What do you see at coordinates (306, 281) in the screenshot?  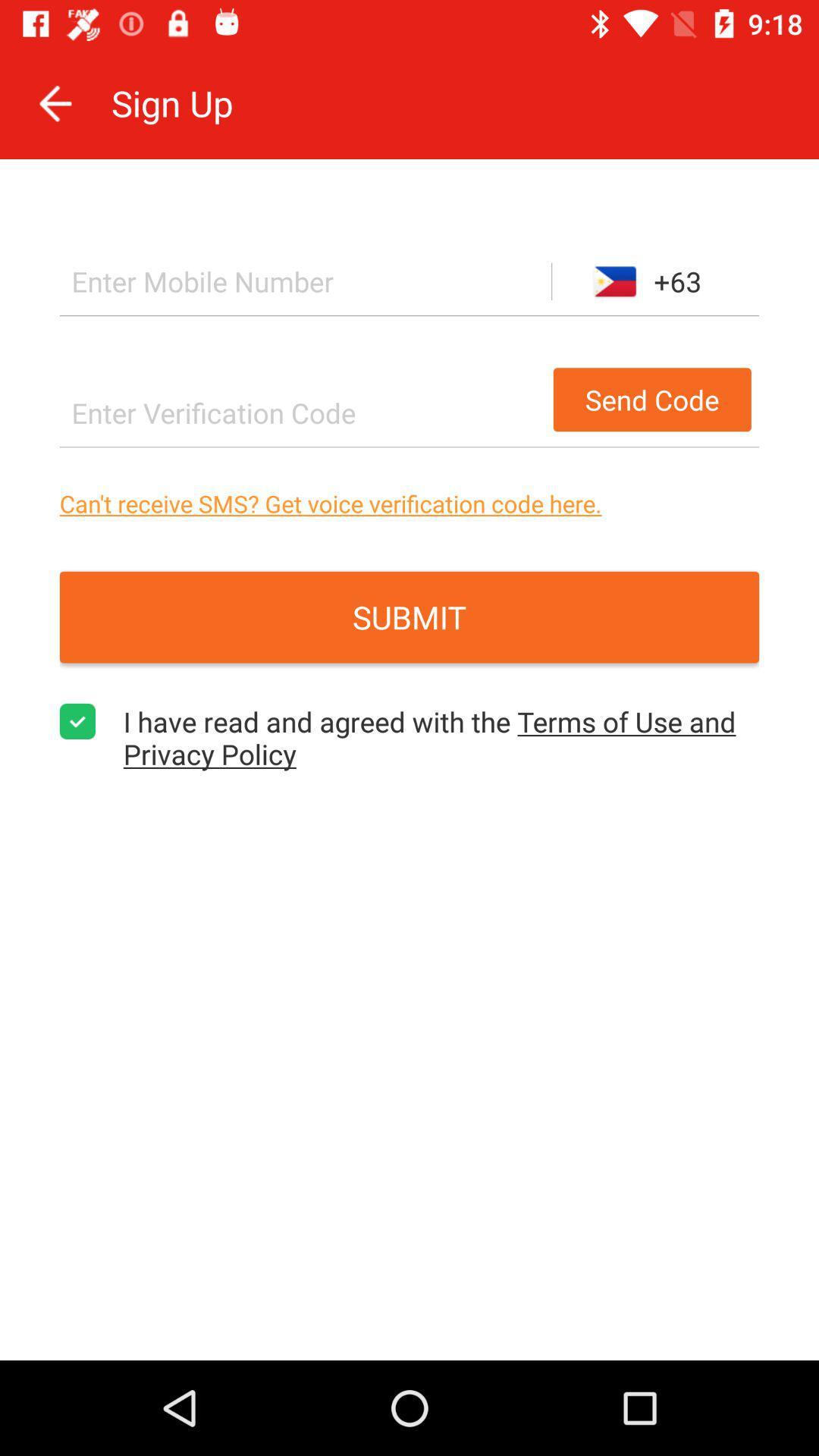 I see `phone number` at bounding box center [306, 281].